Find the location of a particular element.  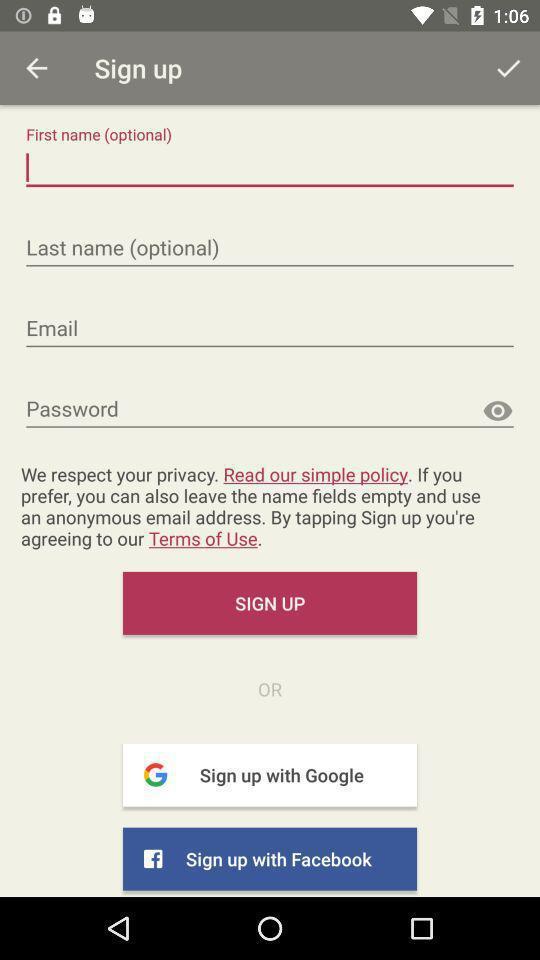

email is located at coordinates (270, 329).